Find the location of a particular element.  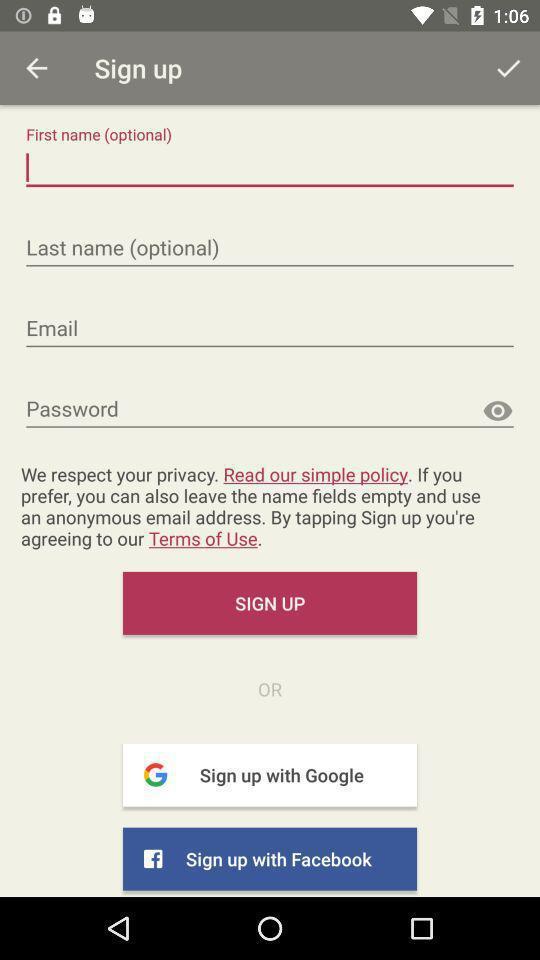

email is located at coordinates (270, 329).